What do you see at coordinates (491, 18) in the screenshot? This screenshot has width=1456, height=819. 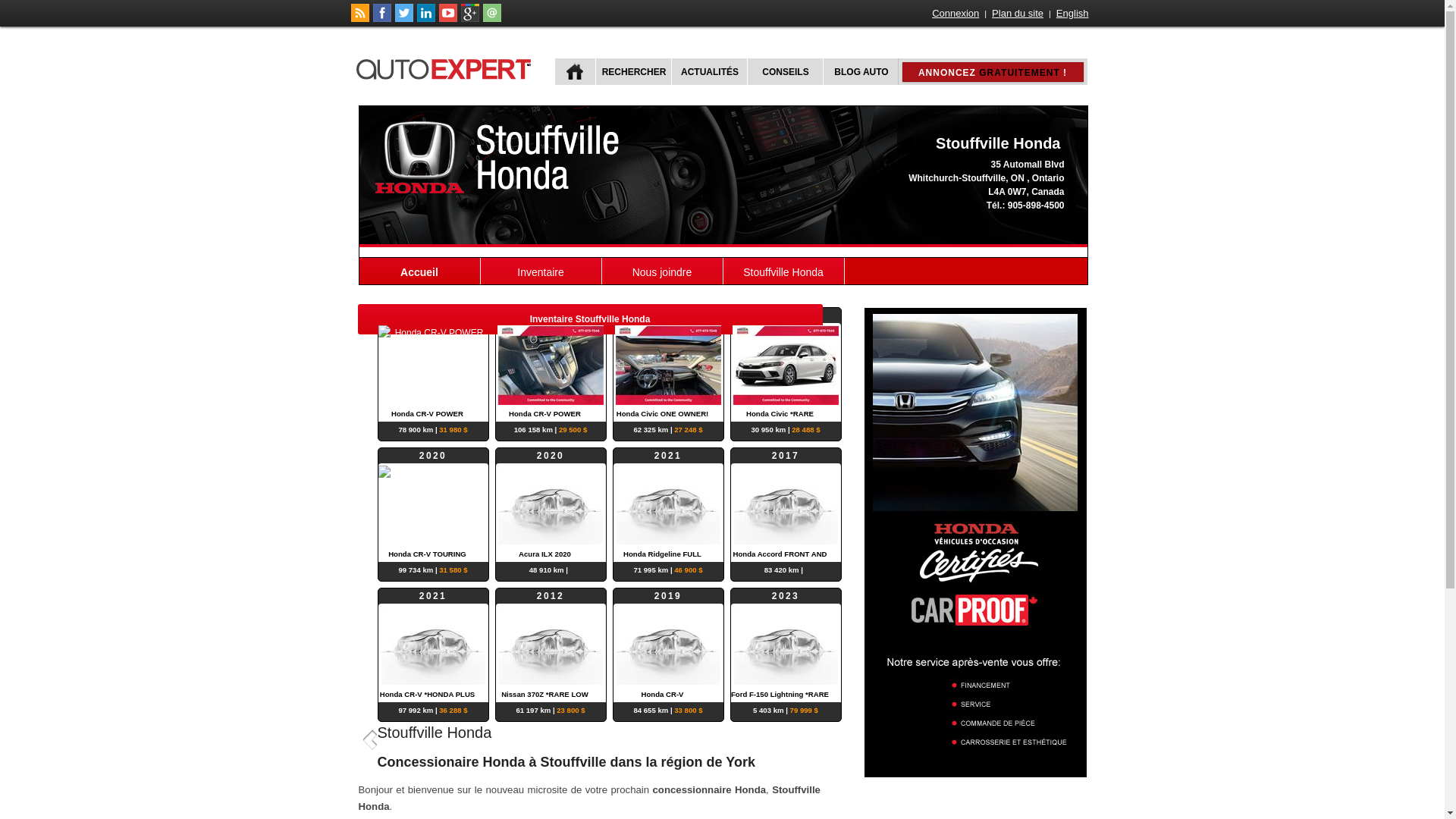 I see `'Joindre autoExpert.ca'` at bounding box center [491, 18].